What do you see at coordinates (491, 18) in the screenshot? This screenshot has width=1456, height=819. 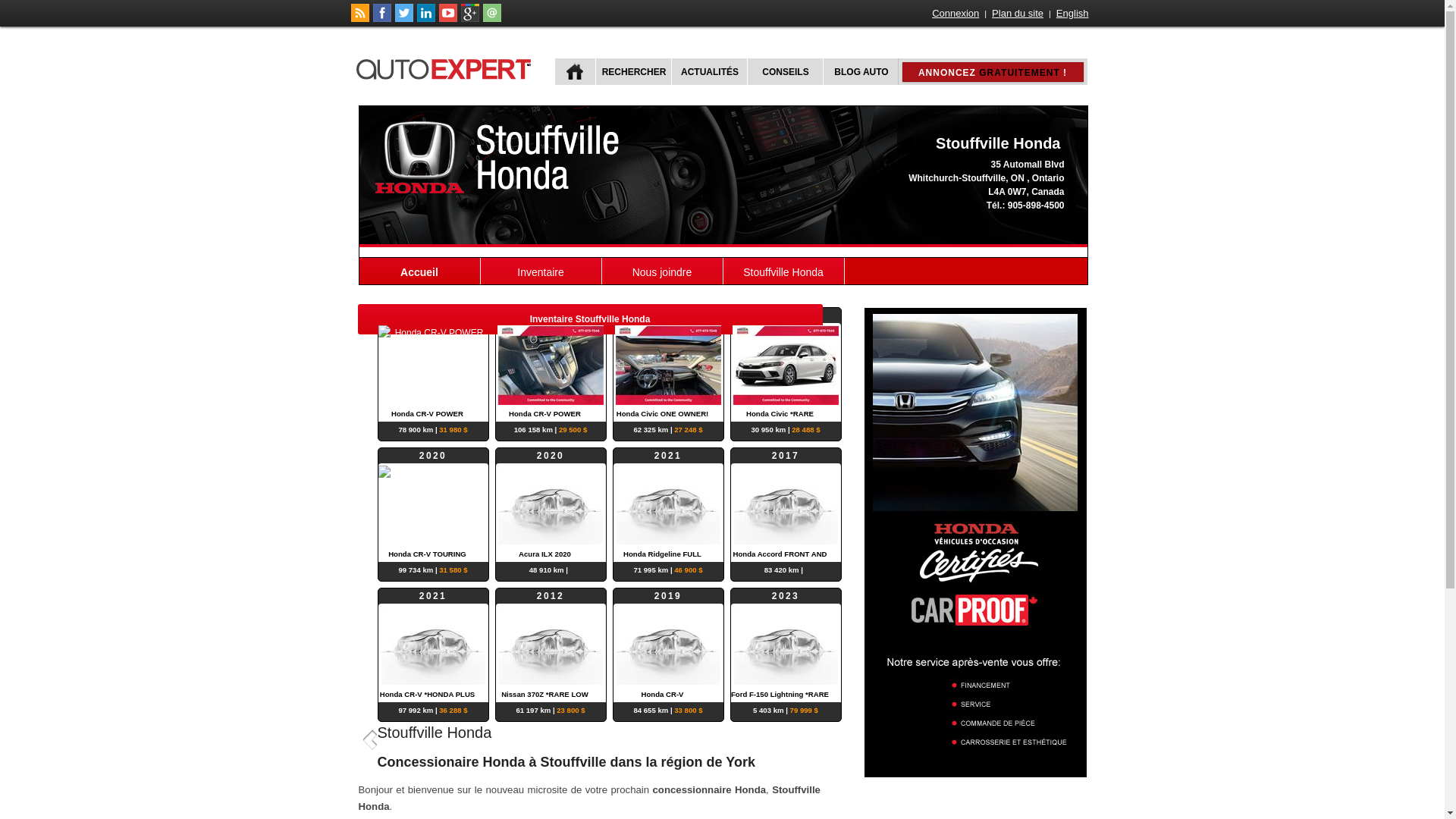 I see `'Joindre autoExpert.ca'` at bounding box center [491, 18].